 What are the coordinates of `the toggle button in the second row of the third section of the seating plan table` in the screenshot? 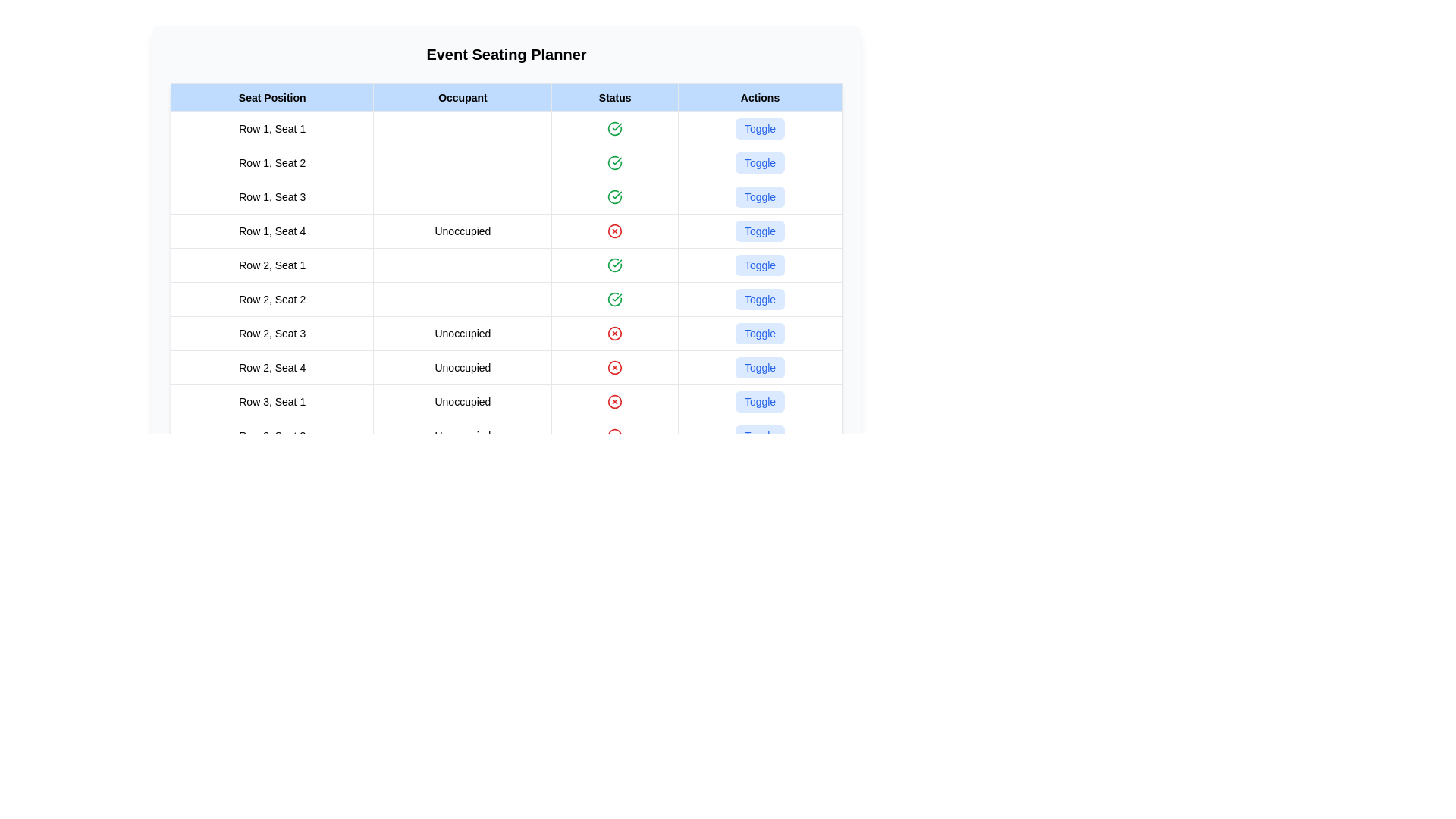 It's located at (506, 435).